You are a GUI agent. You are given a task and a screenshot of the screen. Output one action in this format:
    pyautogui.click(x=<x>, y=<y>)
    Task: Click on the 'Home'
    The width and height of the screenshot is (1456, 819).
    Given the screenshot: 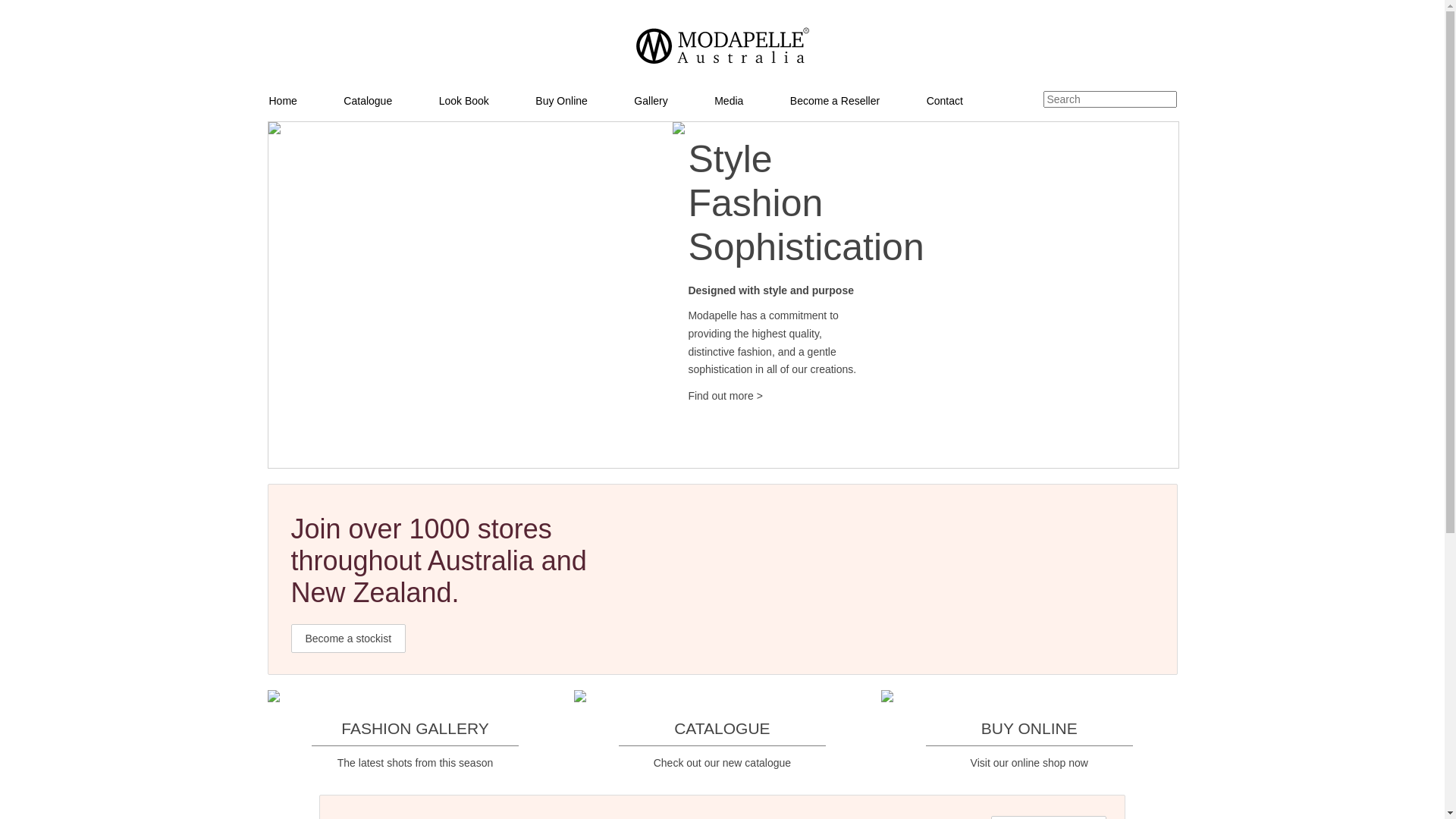 What is the action you would take?
    pyautogui.click(x=304, y=100)
    